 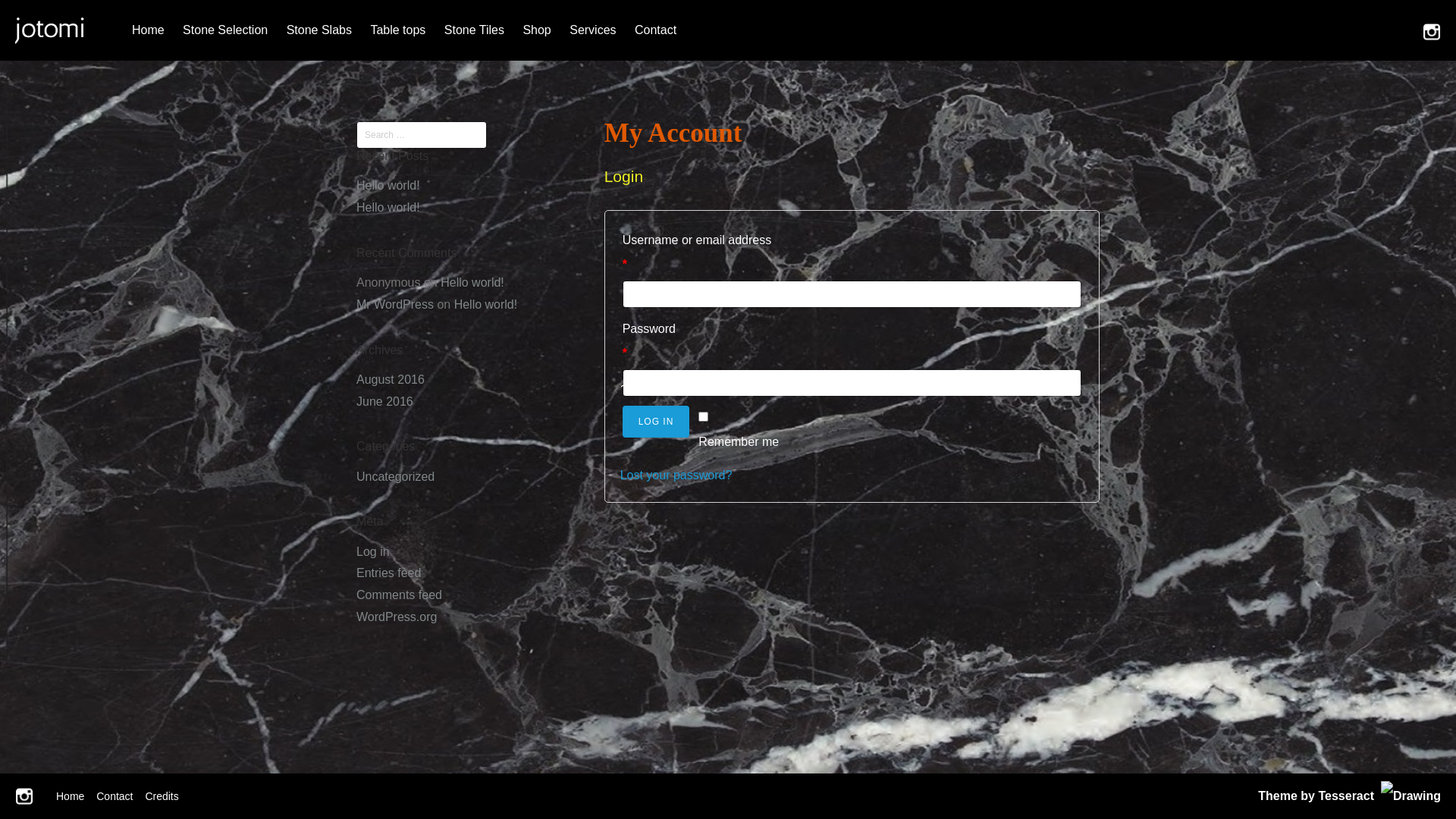 I want to click on 'Shop', so click(x=536, y=30).